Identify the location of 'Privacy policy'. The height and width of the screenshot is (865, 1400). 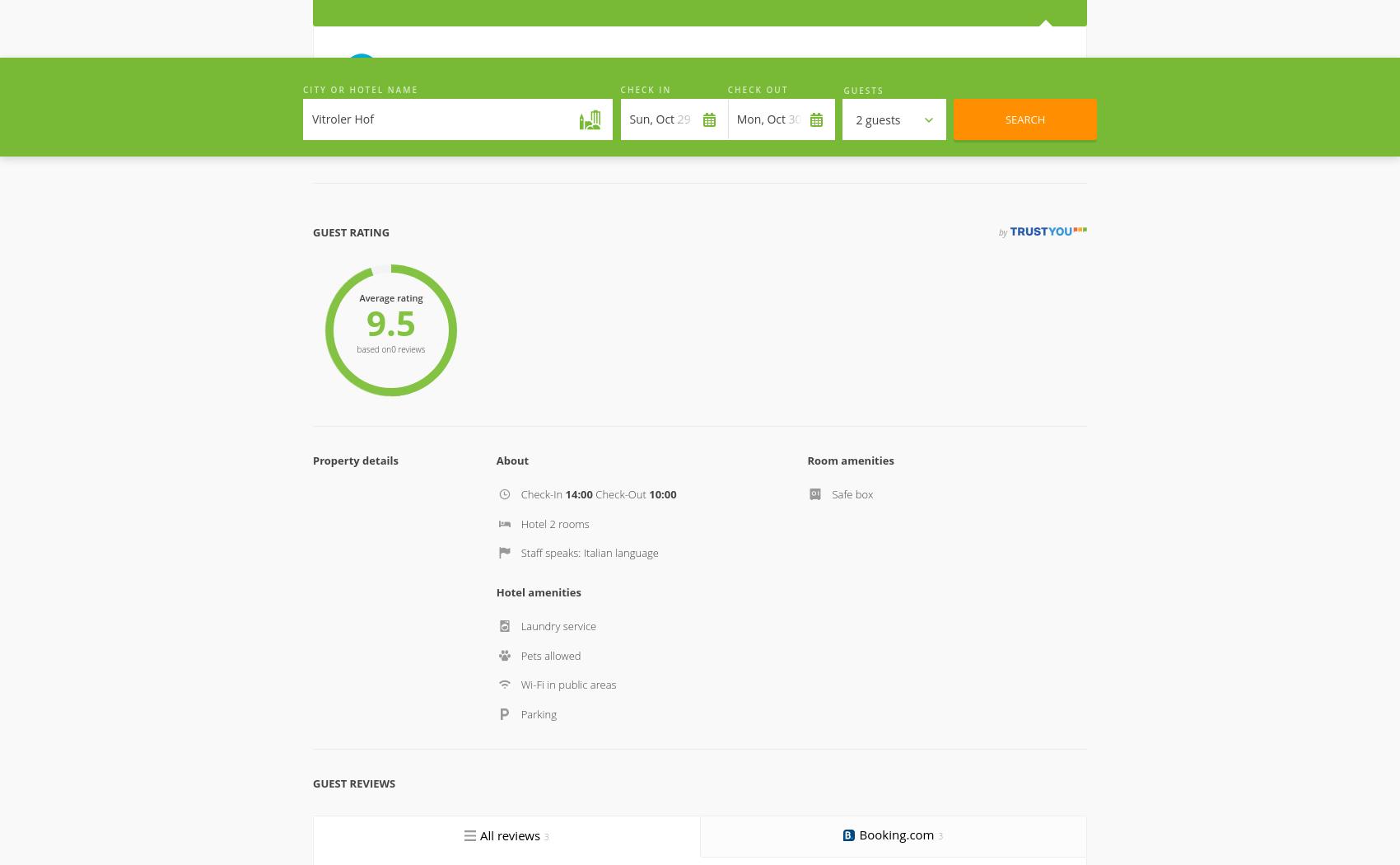
(590, 787).